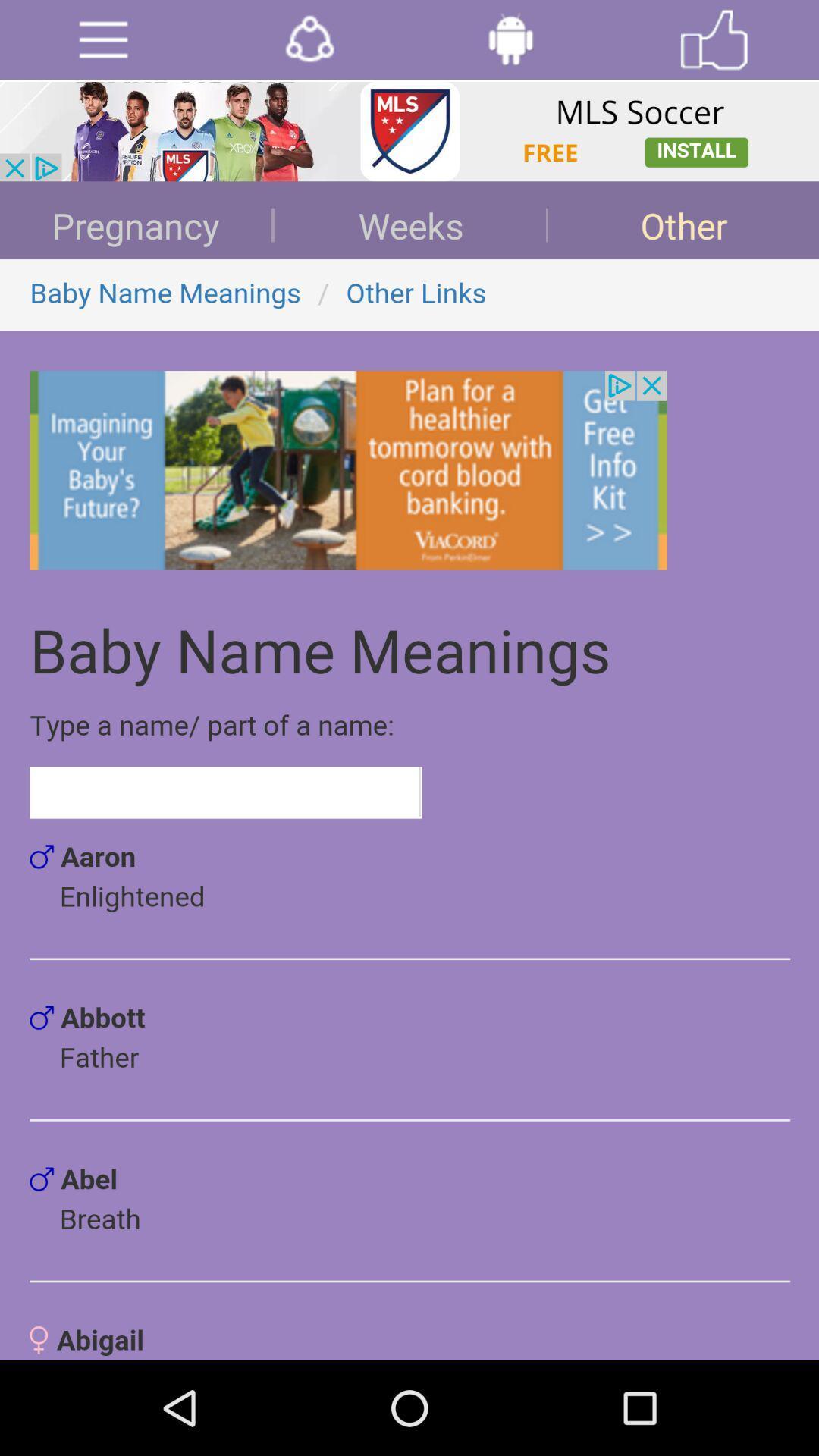 The height and width of the screenshot is (1456, 819). Describe the element at coordinates (409, 131) in the screenshot. I see `advertising partner` at that location.